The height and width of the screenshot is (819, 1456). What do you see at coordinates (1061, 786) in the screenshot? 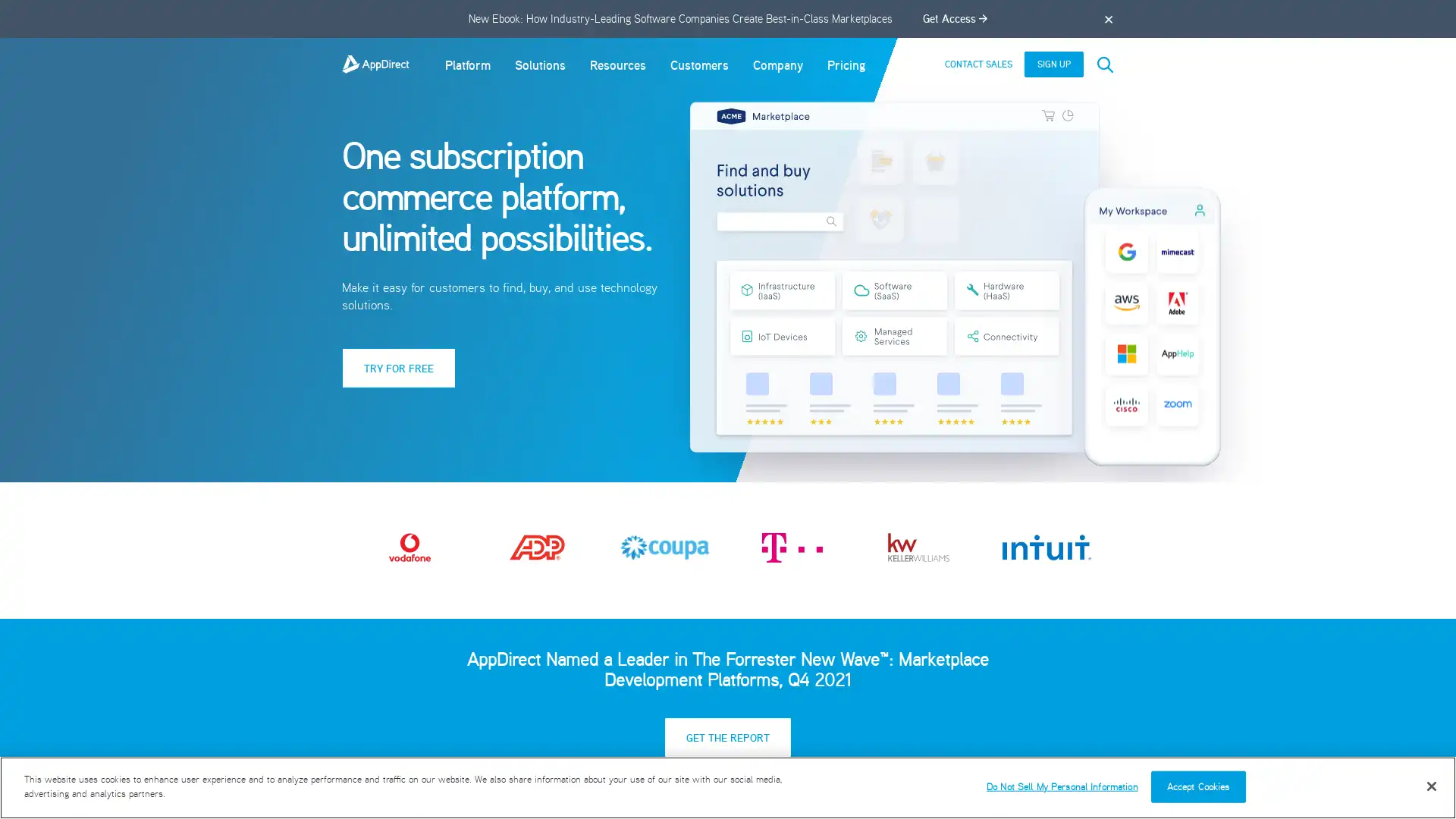
I see `Do Not Sell My Personal Information` at bounding box center [1061, 786].